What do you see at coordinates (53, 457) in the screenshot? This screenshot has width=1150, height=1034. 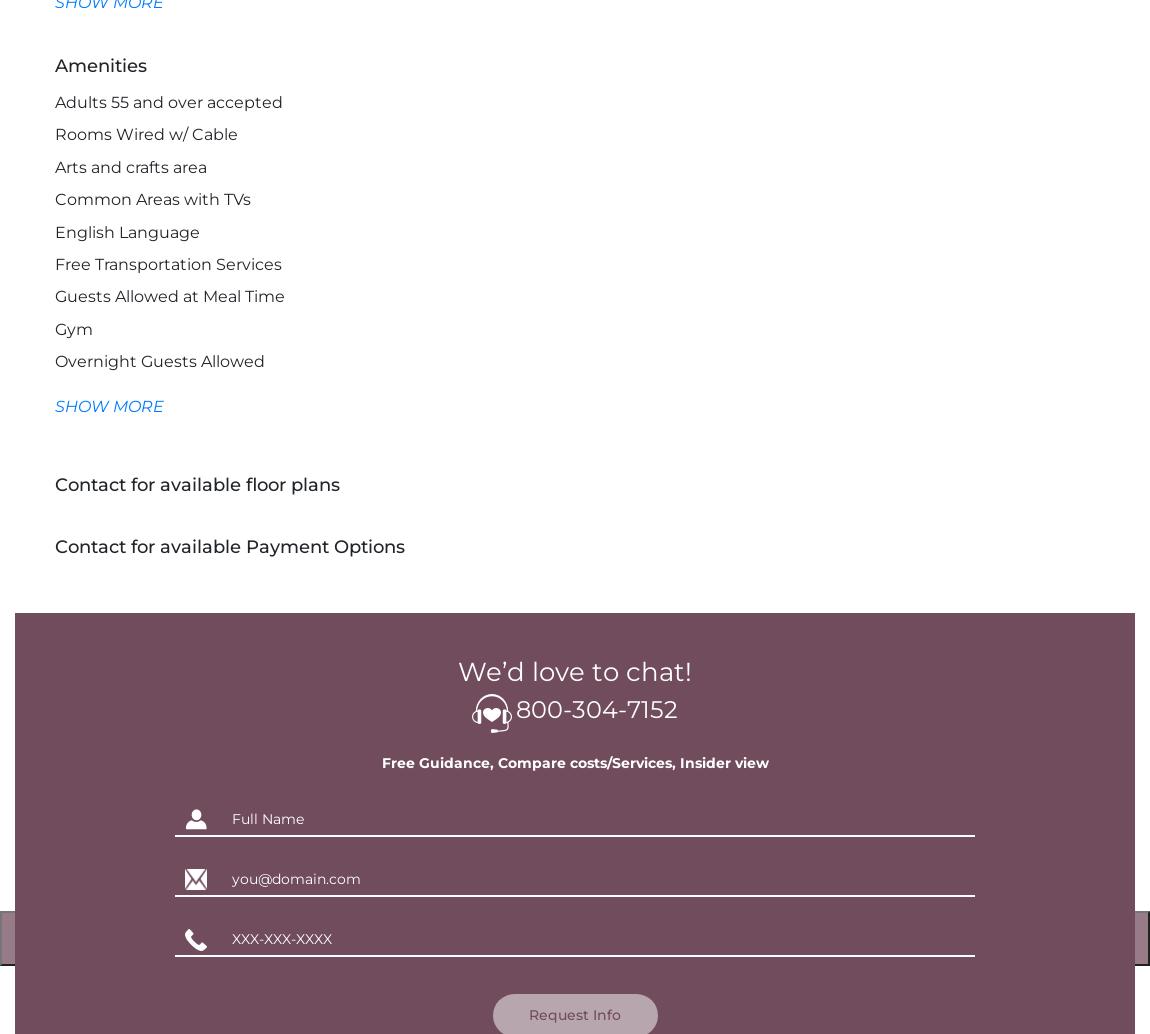 I see `'In-house Laundry and Drycleaning'` at bounding box center [53, 457].